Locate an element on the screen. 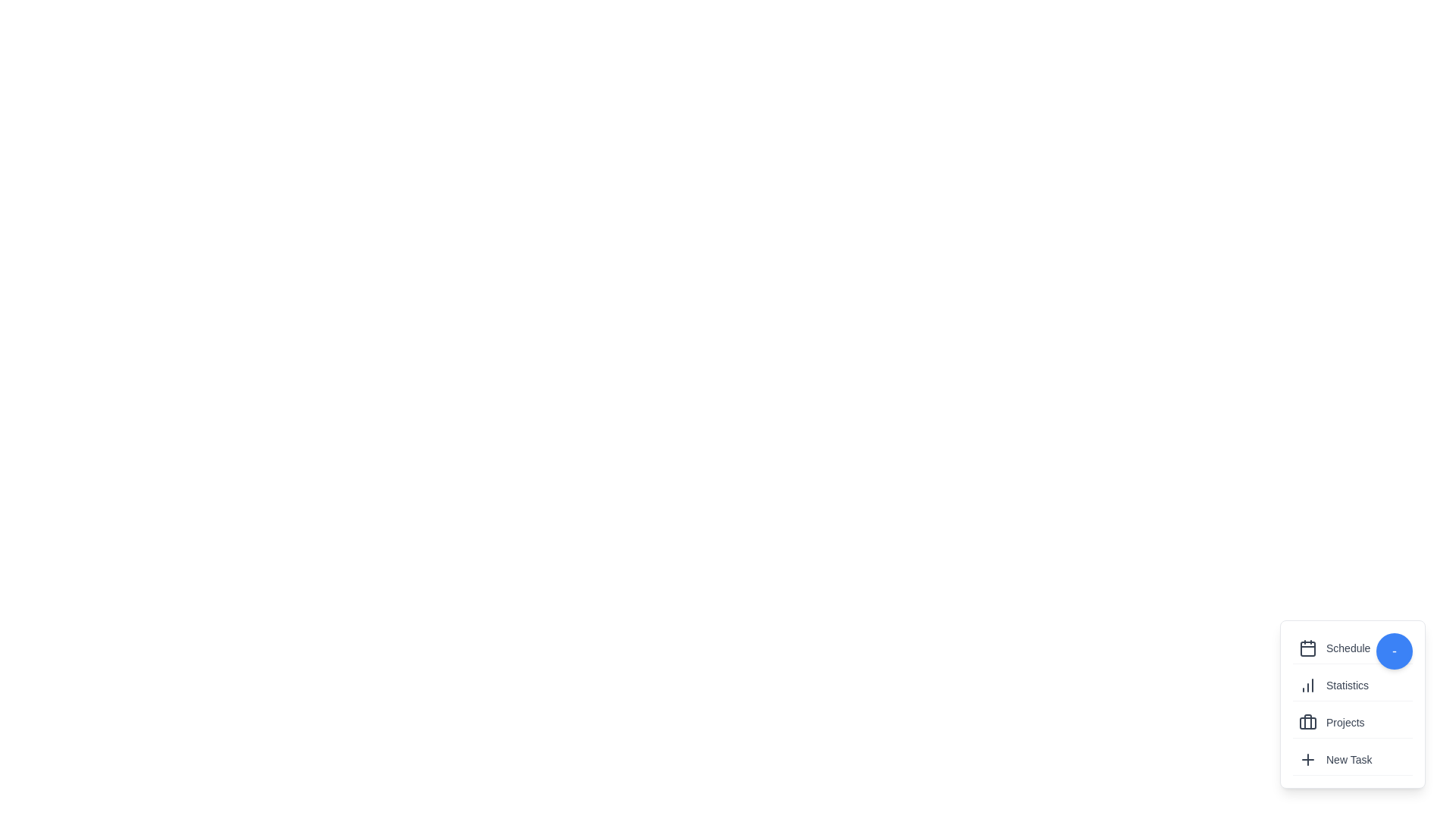 Image resolution: width=1456 pixels, height=819 pixels. the first interactive menu item labeled 'Schedule' which has a calendar icon is located at coordinates (1353, 648).